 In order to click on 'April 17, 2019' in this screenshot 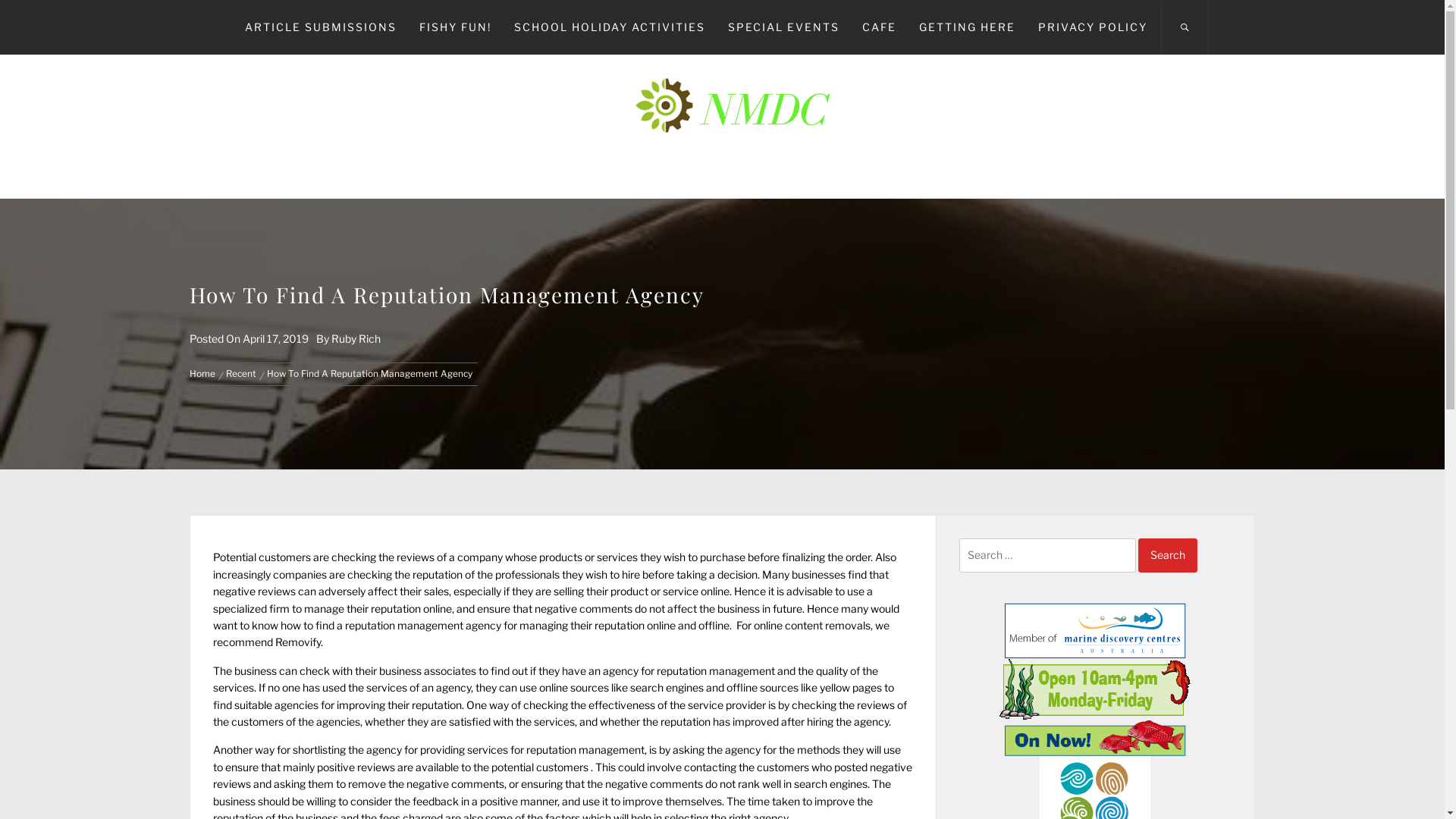, I will do `click(243, 337)`.